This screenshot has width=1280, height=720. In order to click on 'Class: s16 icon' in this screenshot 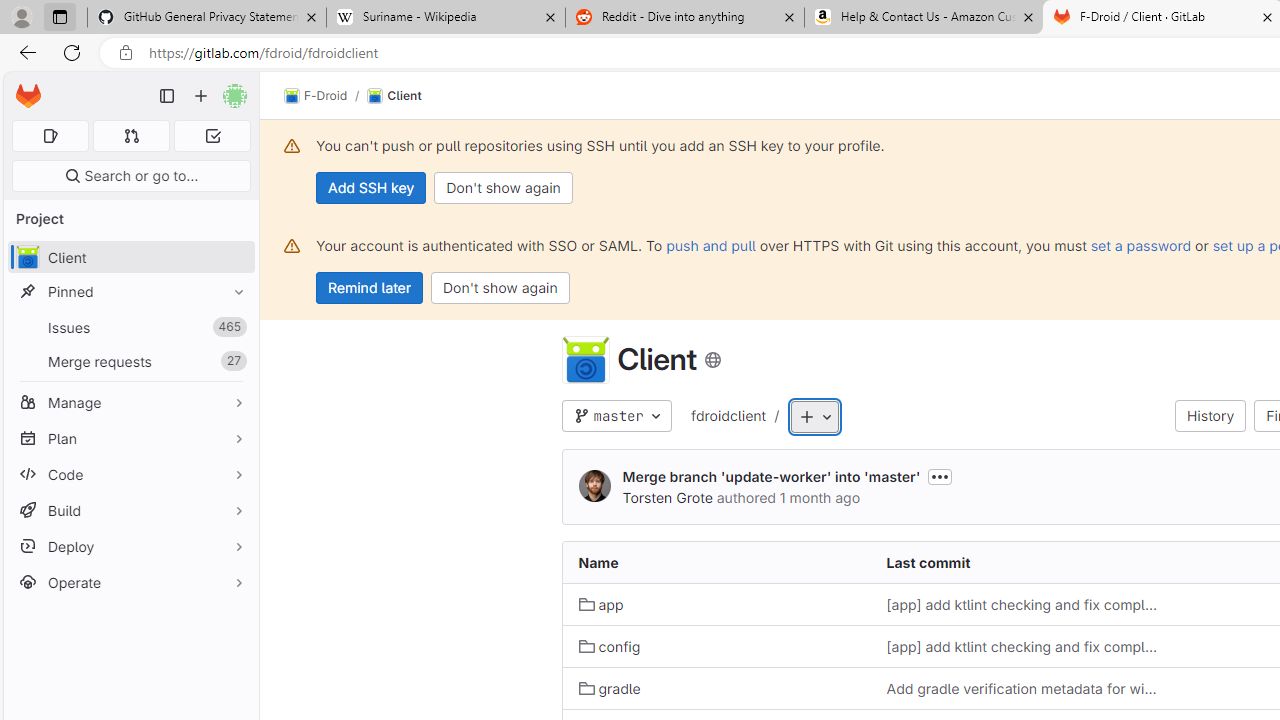, I will do `click(712, 360)`.